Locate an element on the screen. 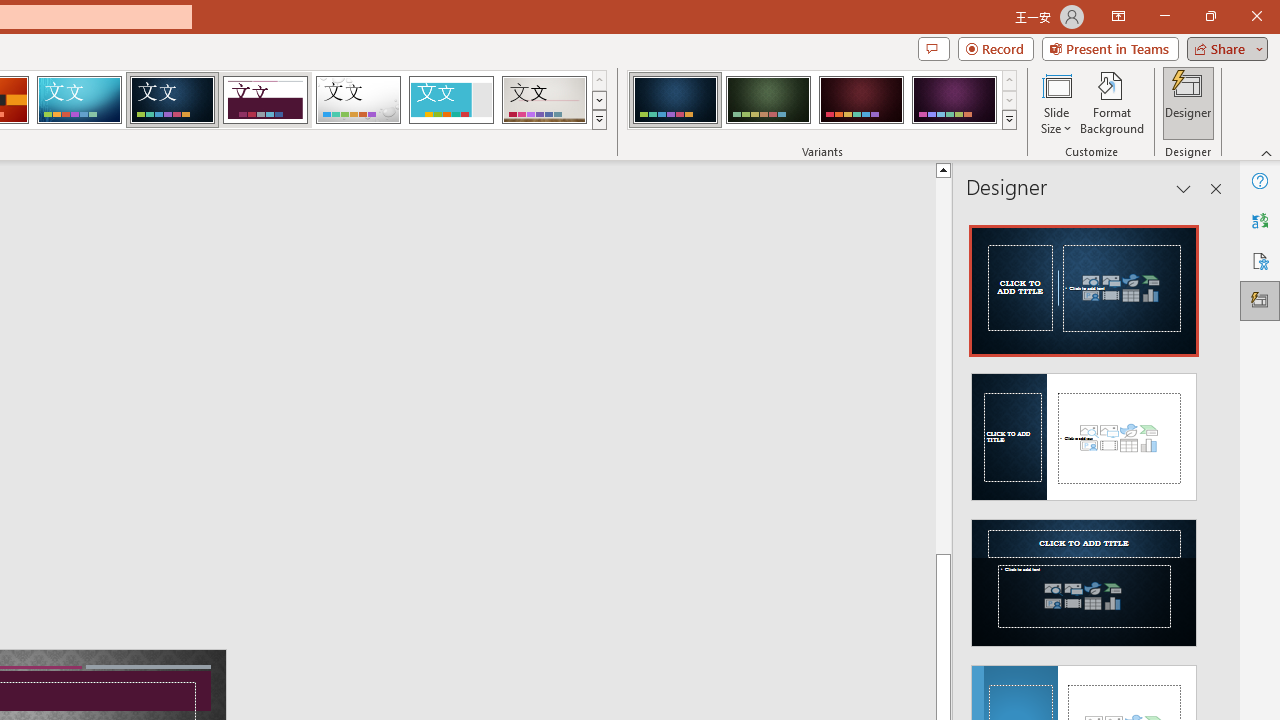 The image size is (1280, 720). 'Row Down' is located at coordinates (1009, 100).